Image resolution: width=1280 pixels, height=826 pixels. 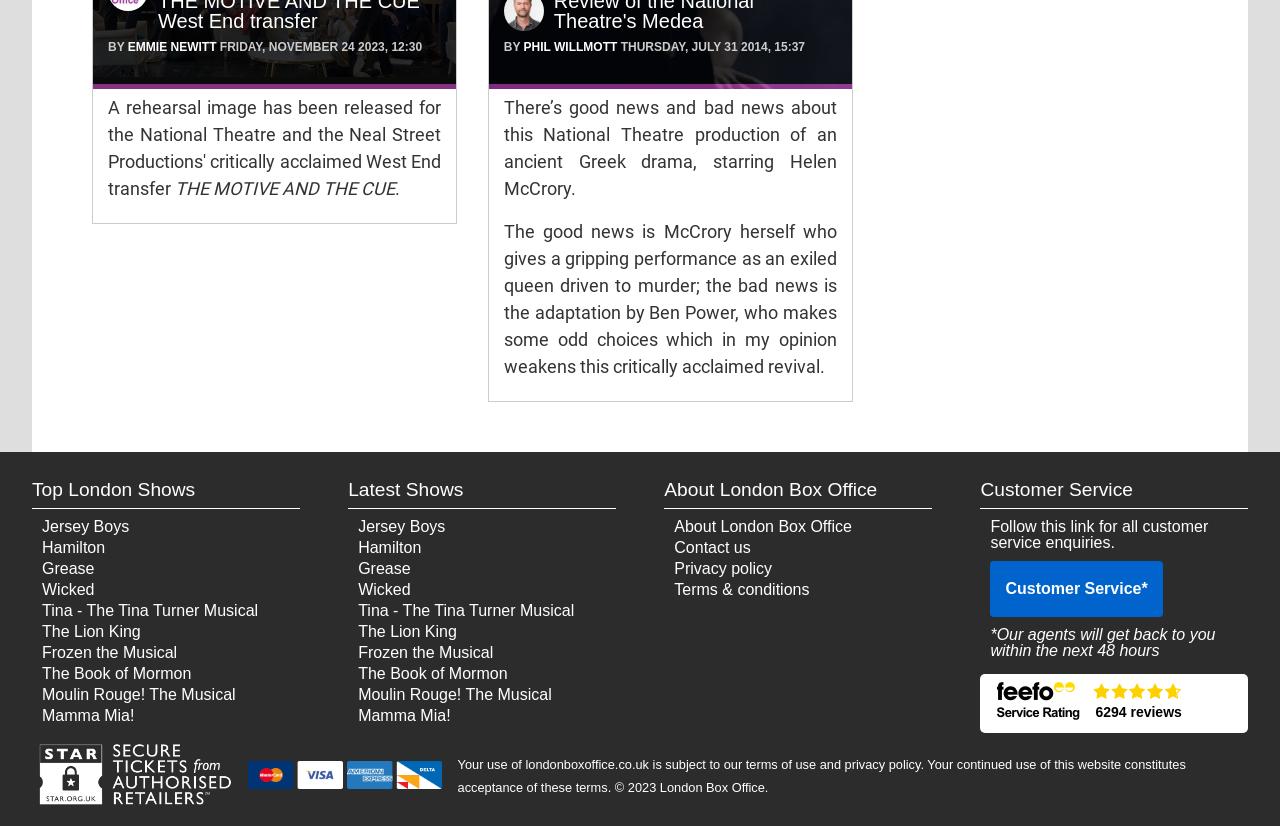 I want to click on '*Our agents will get back to you within the next 48 hours', so click(x=1101, y=641).